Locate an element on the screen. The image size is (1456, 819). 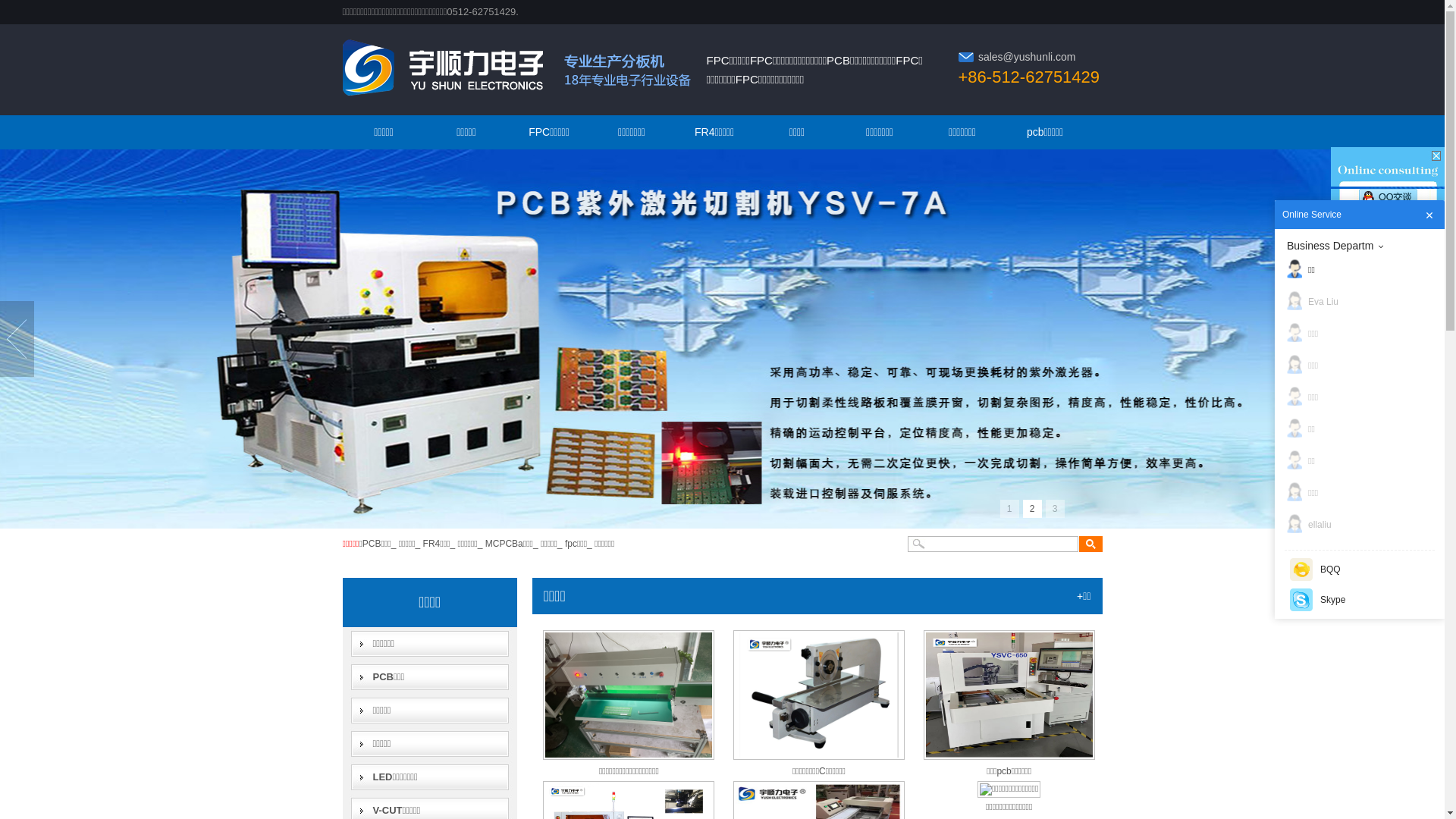
'BQQ' is located at coordinates (1360, 570).